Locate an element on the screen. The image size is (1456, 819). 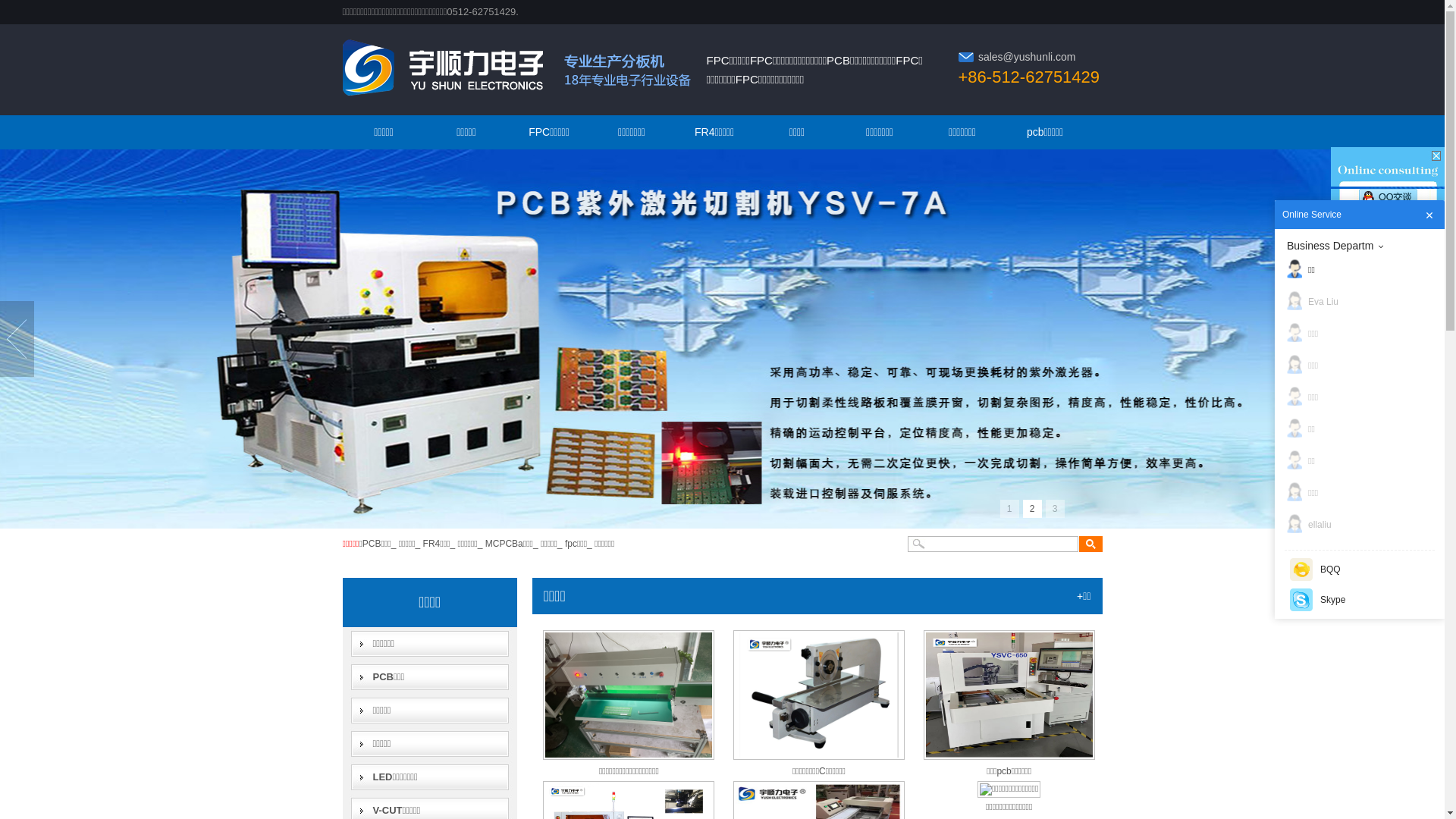
'BQQ' is located at coordinates (1360, 570).